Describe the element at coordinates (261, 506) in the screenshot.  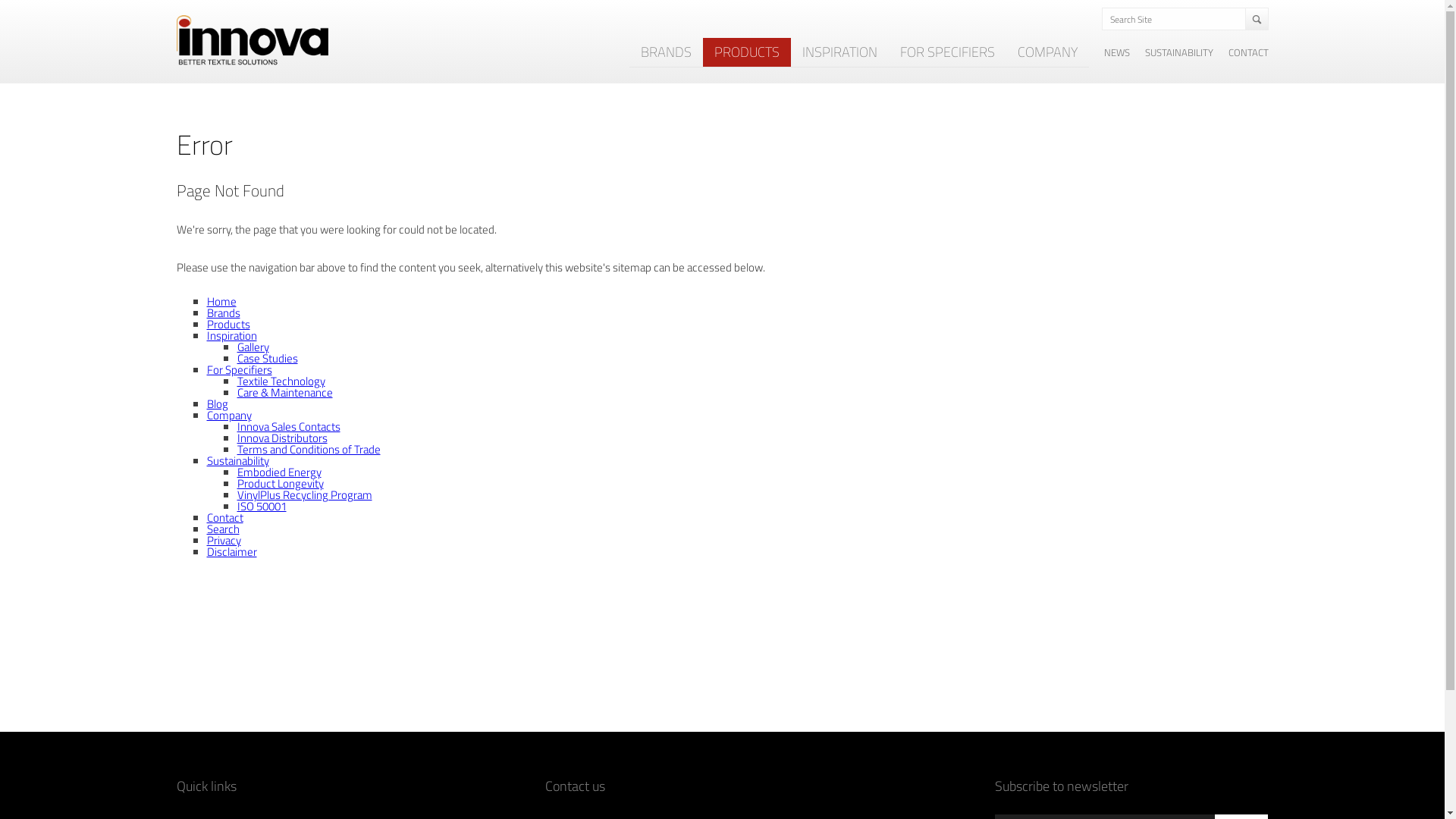
I see `'ISO 50001'` at that location.